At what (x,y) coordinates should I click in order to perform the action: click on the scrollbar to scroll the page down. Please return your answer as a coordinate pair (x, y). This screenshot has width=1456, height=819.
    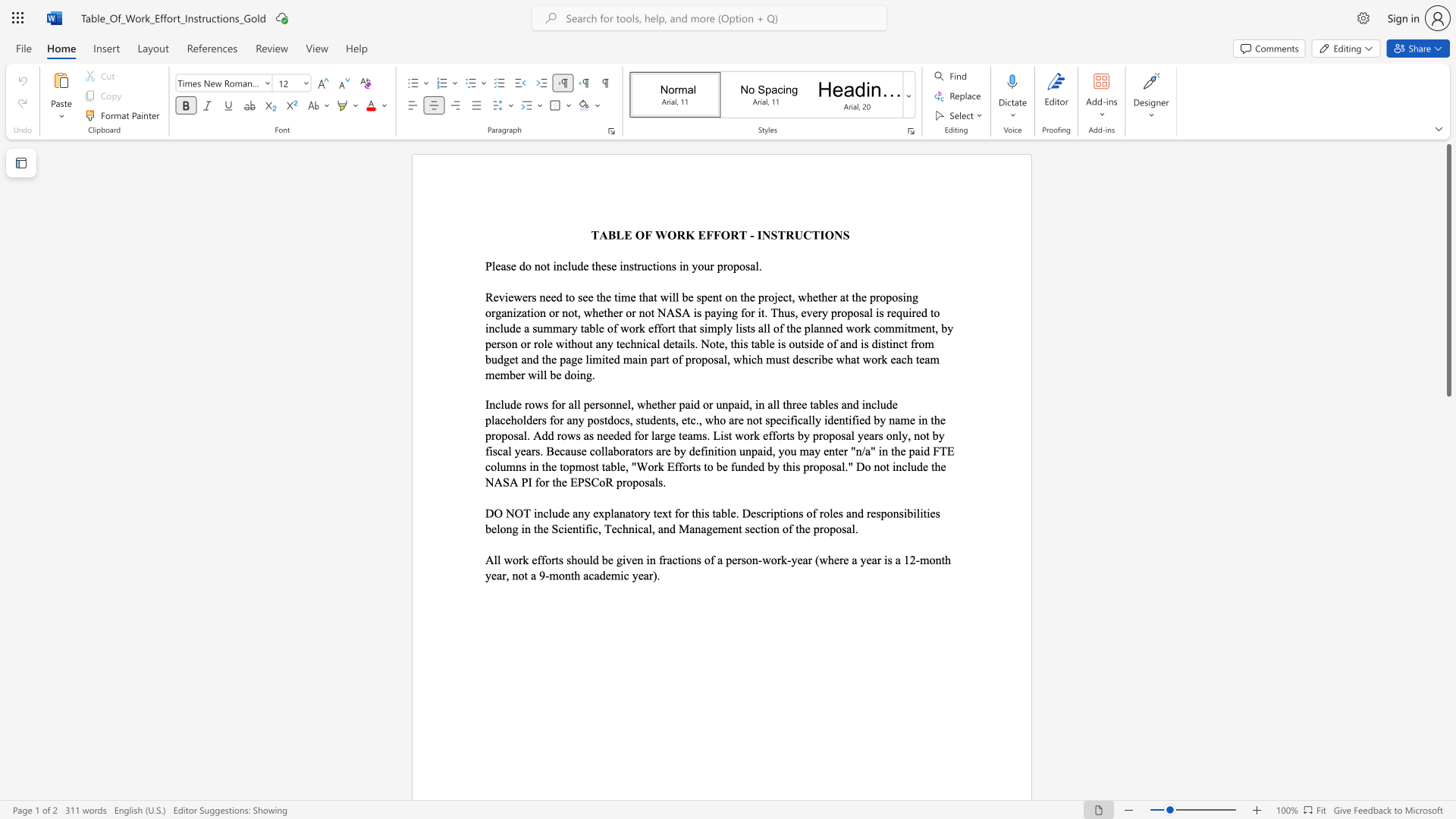
    Looking at the image, I should click on (1448, 637).